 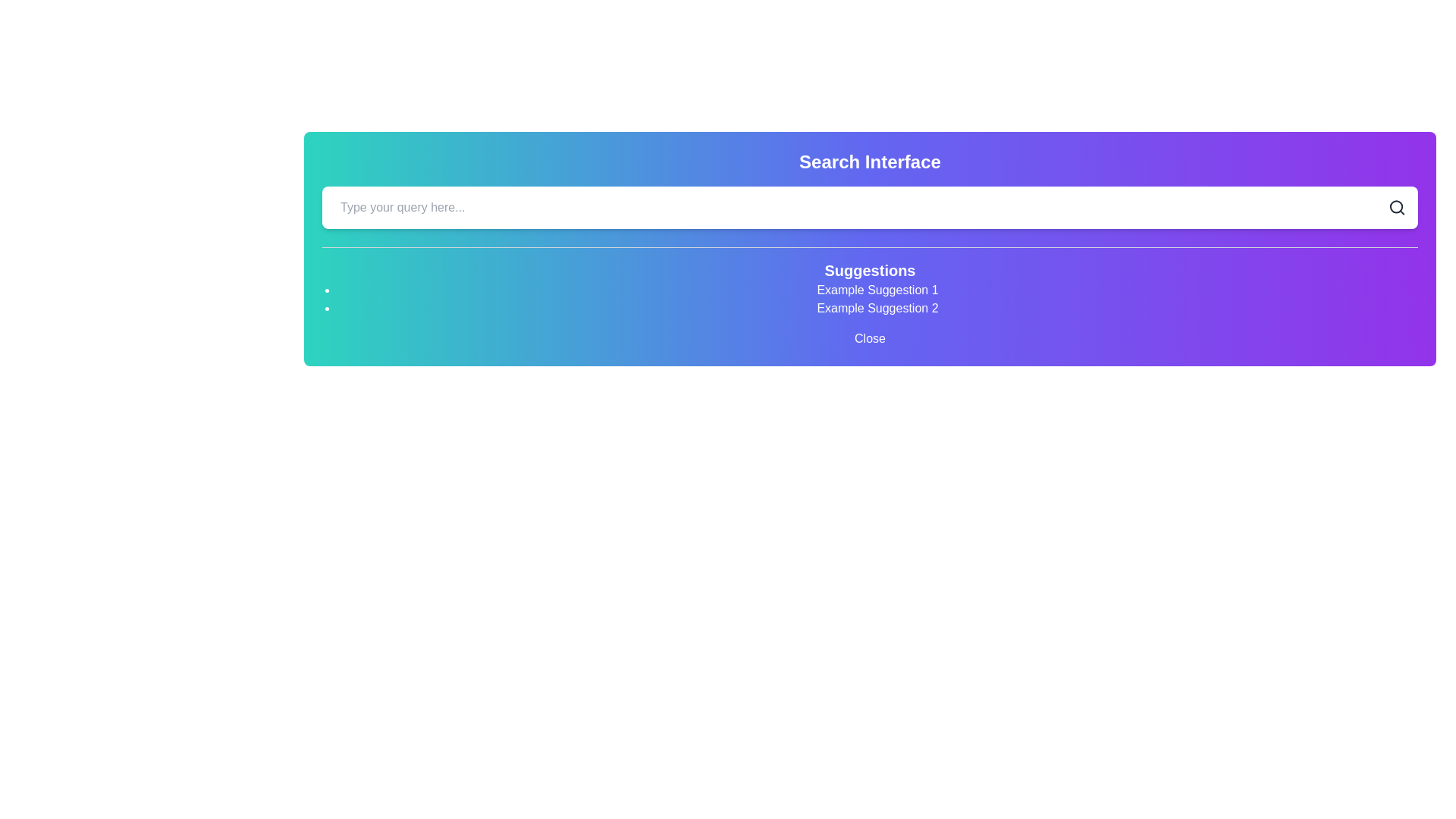 I want to click on the 'Suggestions' text label, which is bold and centered above the list of suggestions, so click(x=870, y=270).